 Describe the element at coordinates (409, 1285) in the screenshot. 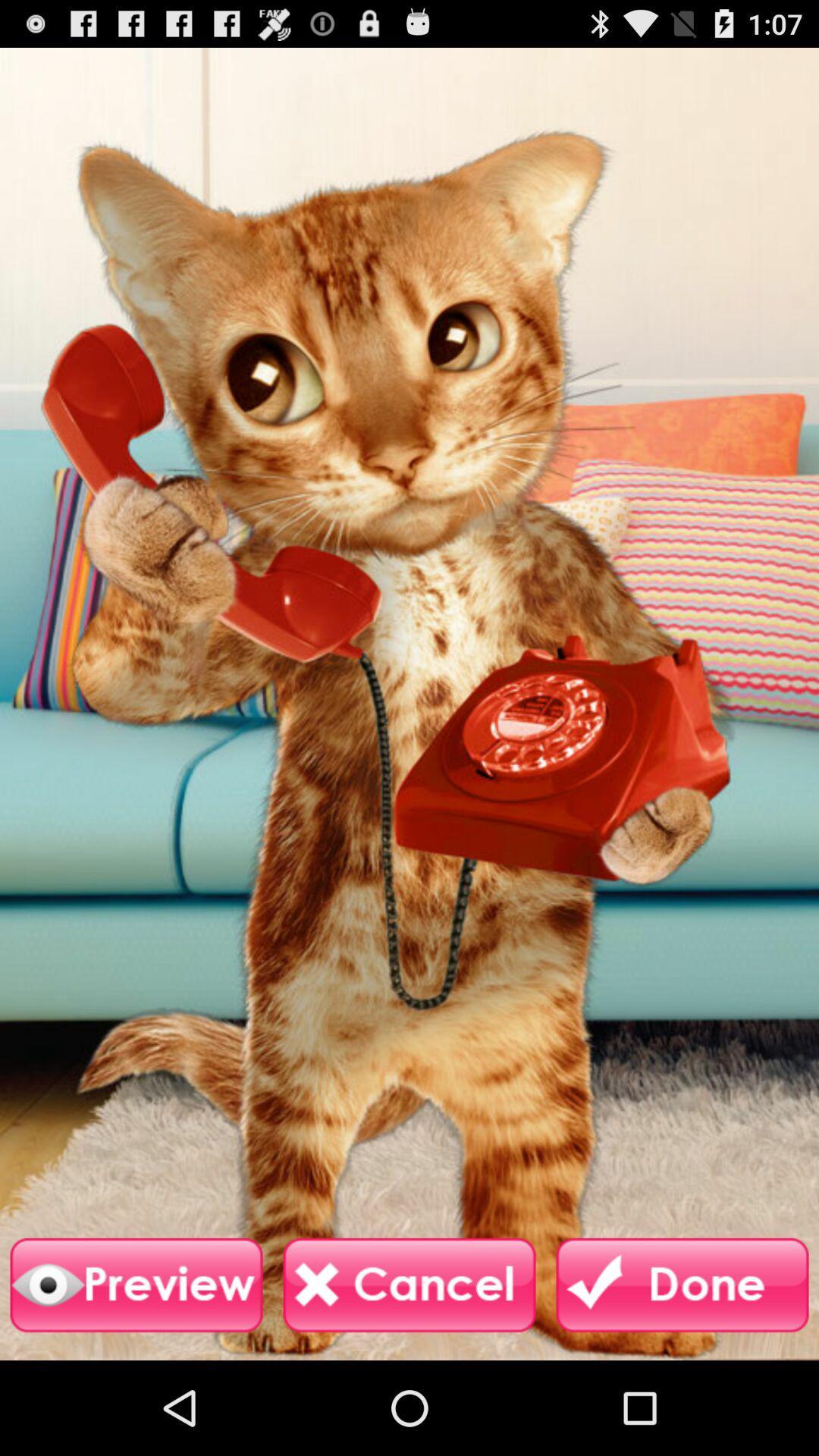

I see `cancel` at that location.